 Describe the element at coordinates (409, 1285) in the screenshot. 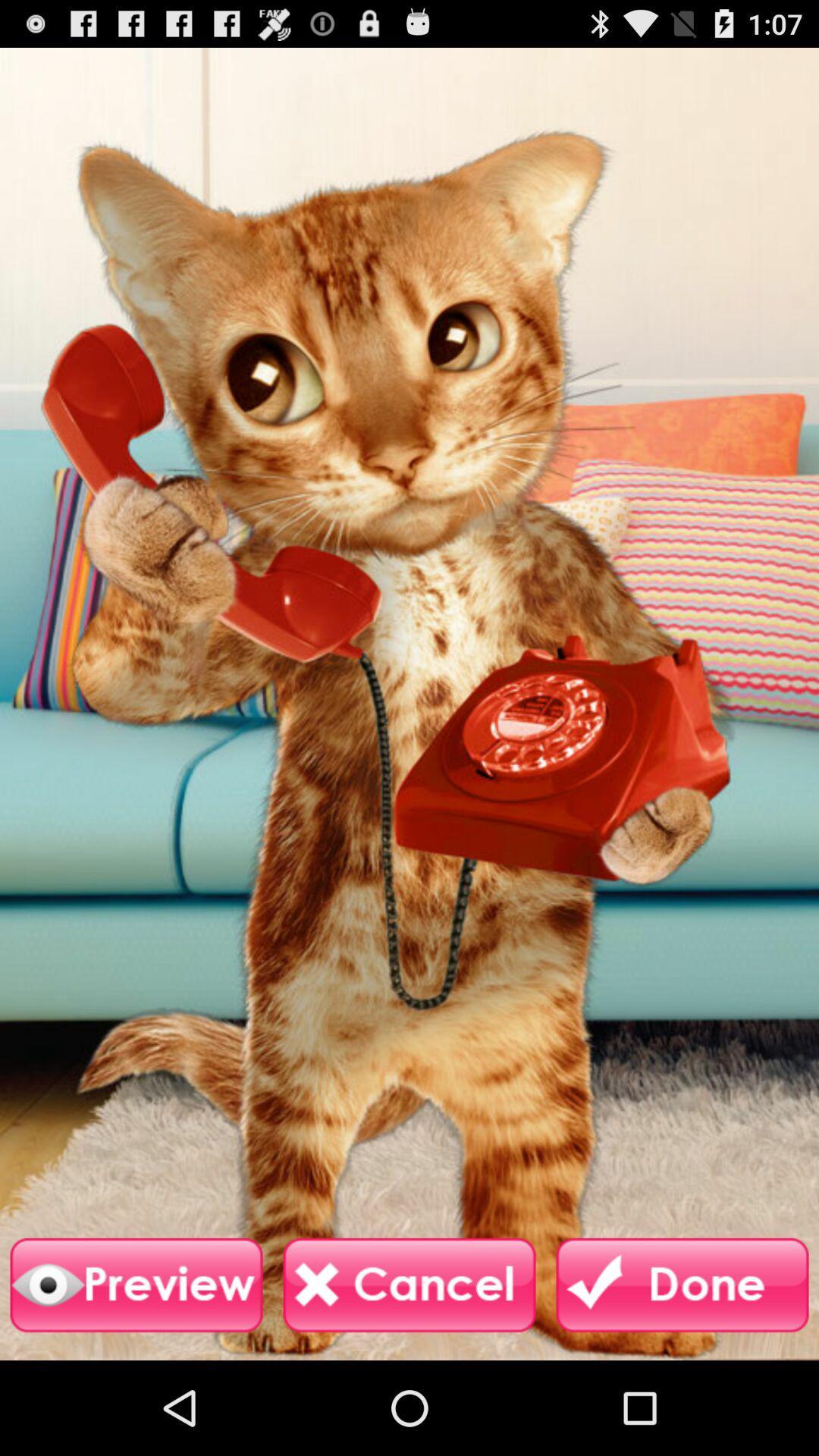

I see `cancel` at that location.